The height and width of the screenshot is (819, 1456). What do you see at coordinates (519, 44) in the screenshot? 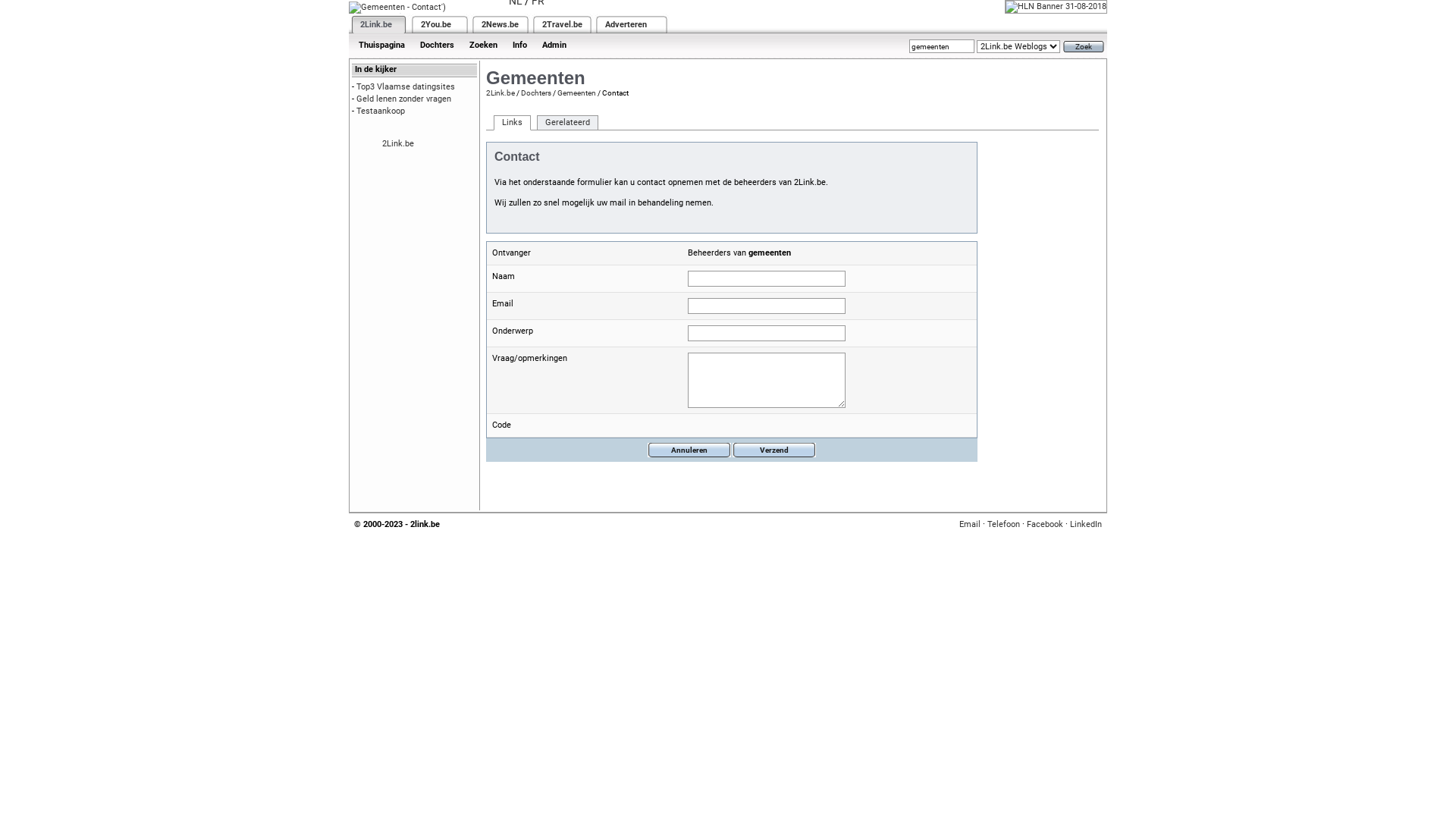
I see `'Info'` at bounding box center [519, 44].